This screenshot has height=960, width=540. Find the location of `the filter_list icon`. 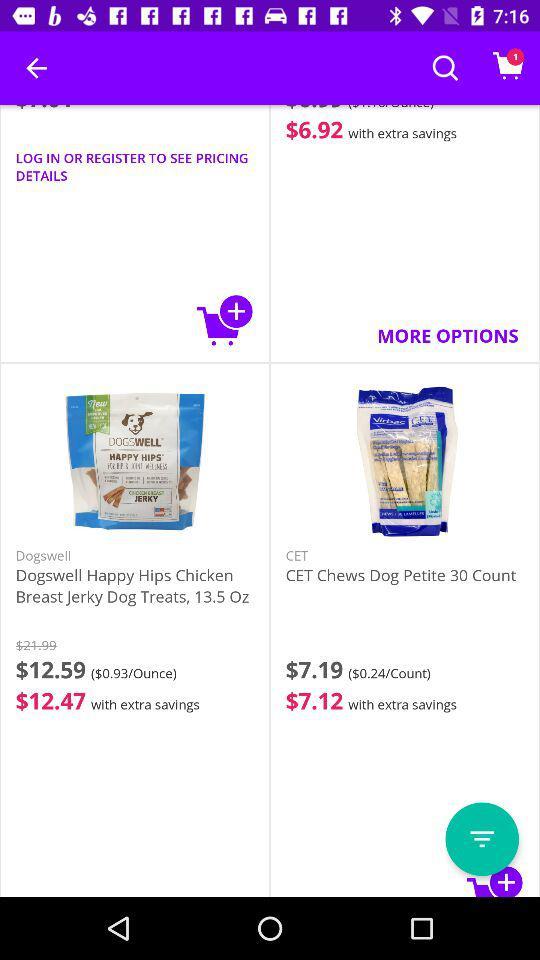

the filter_list icon is located at coordinates (481, 839).